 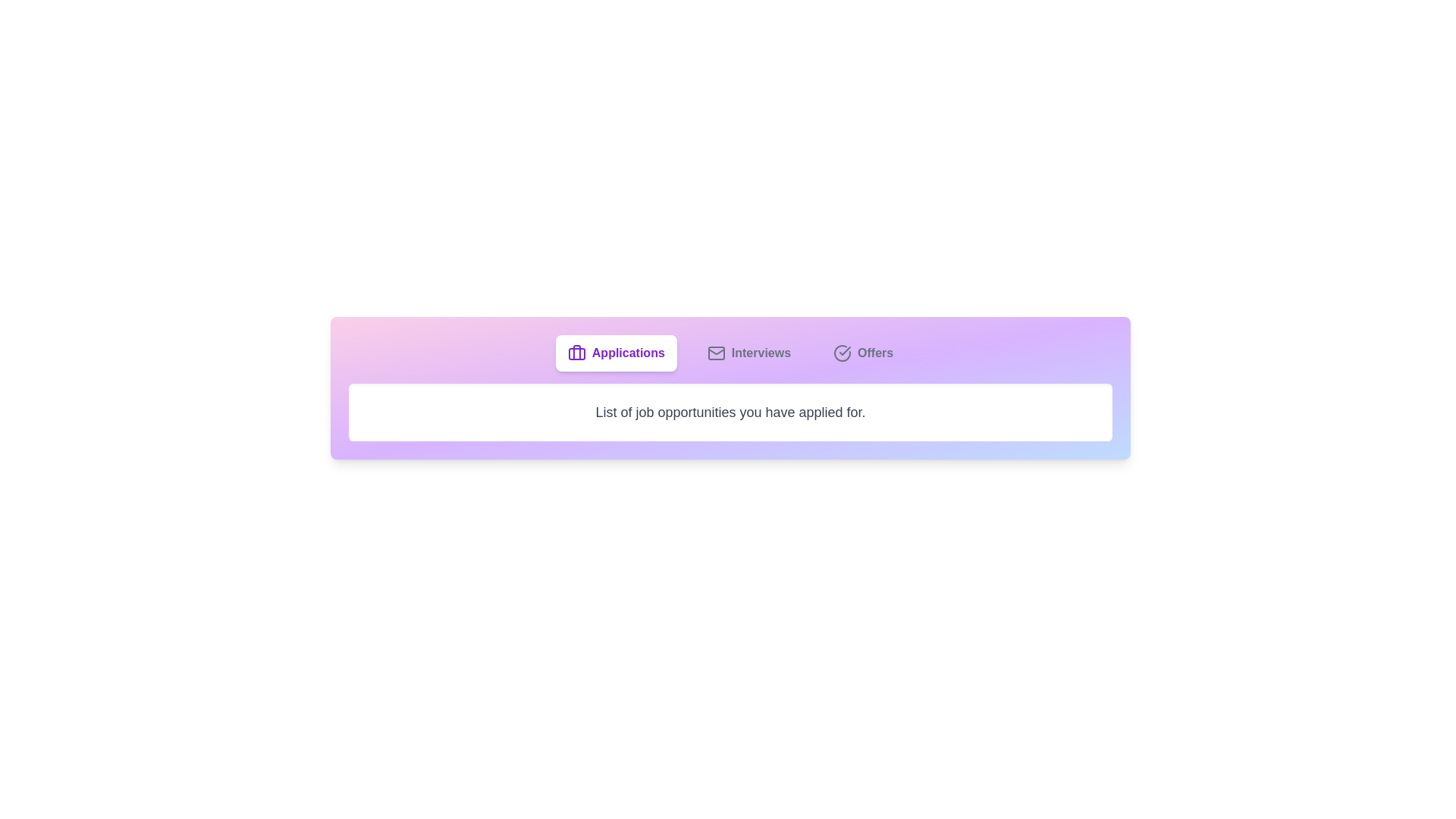 What do you see at coordinates (615, 353) in the screenshot?
I see `the Applications tab to observe its hover effect` at bounding box center [615, 353].